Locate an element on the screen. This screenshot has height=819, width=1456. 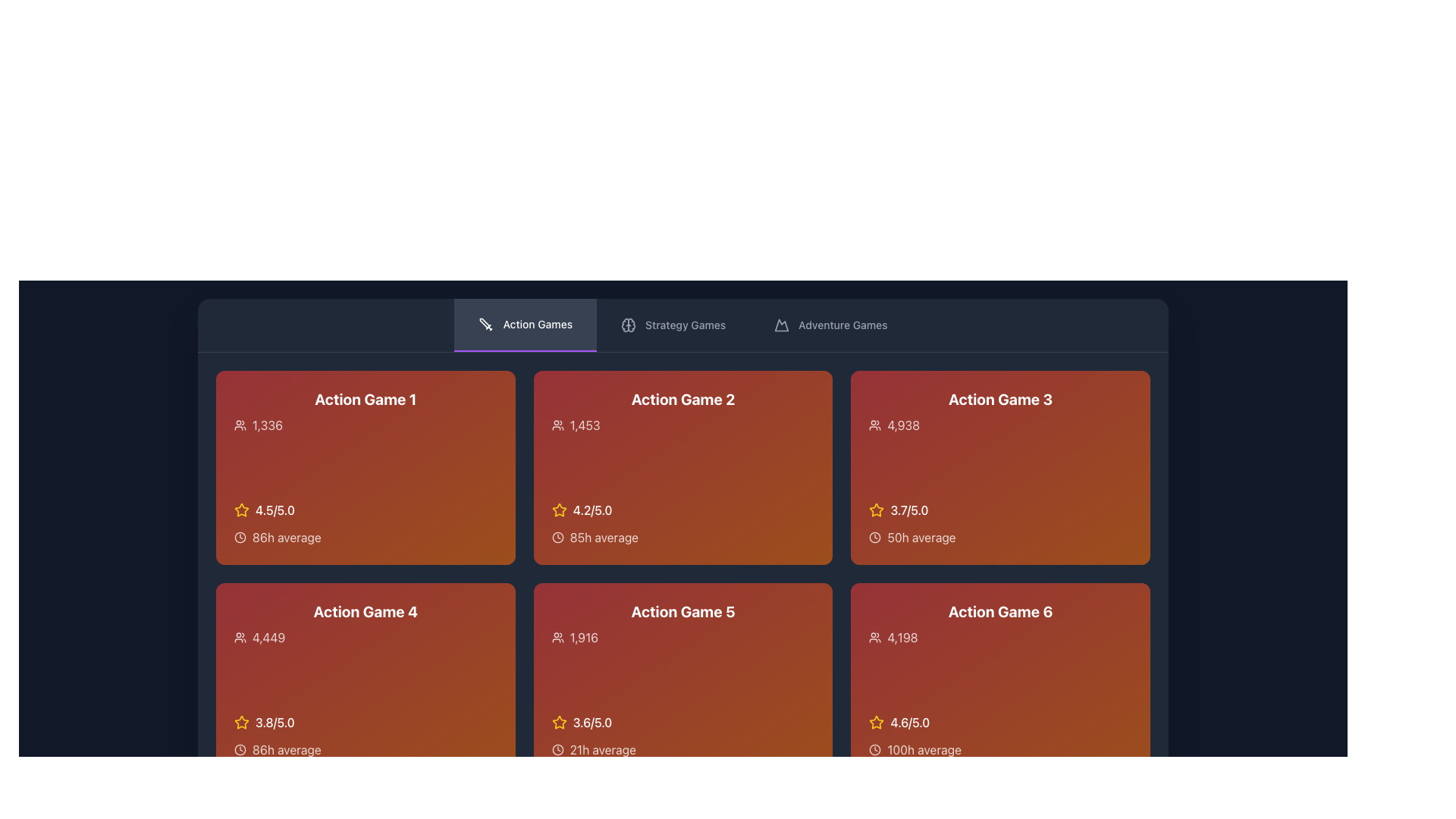
the star-shaped icon with a hollow outline and yellow coloring, located adjacent to the rating text '3.7/5.0' is located at coordinates (877, 510).